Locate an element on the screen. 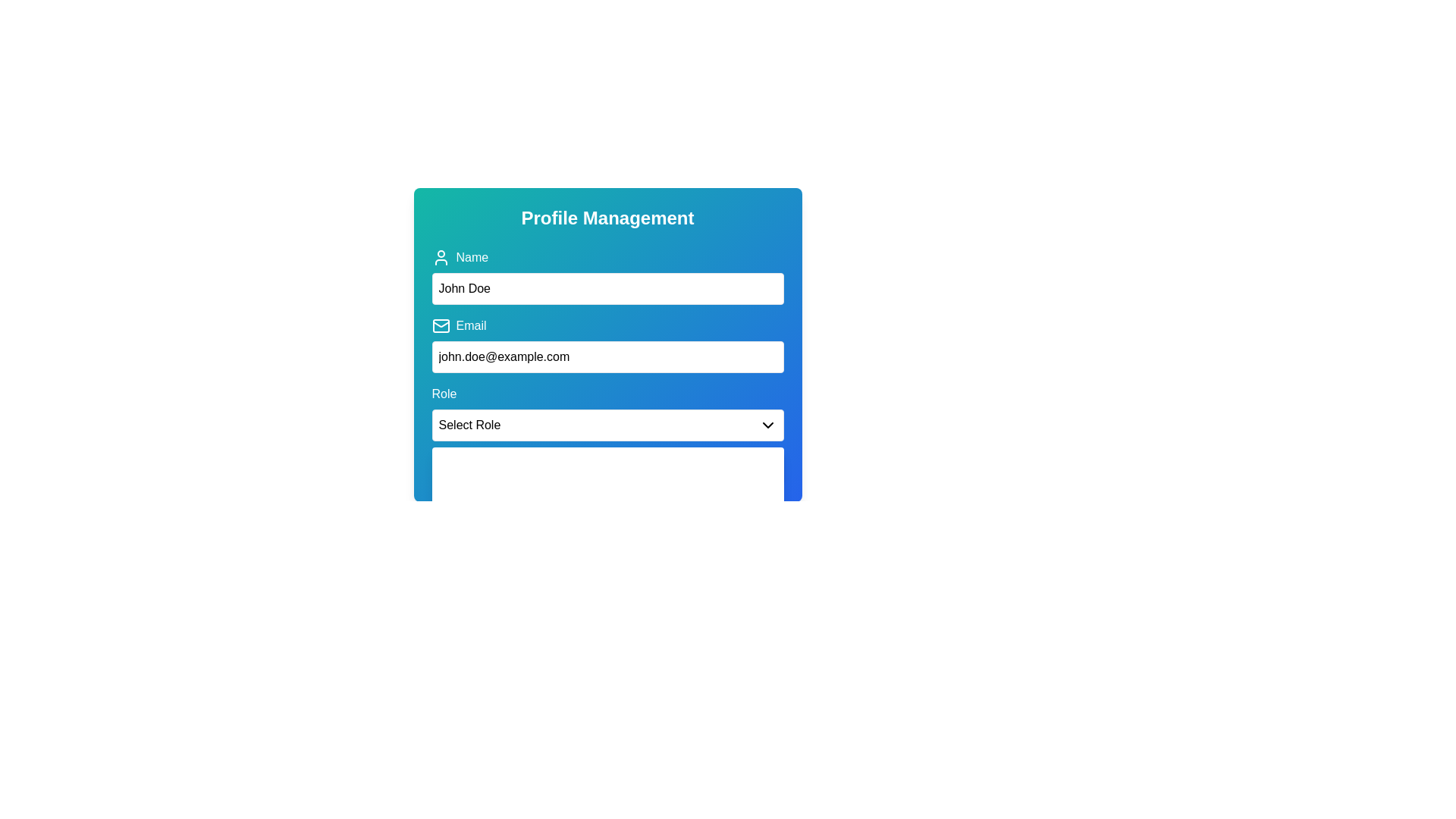 The width and height of the screenshot is (1456, 819). the text label that indicates the purpose of the email input field, located above the input field with a mail icon to its left is located at coordinates (470, 325).